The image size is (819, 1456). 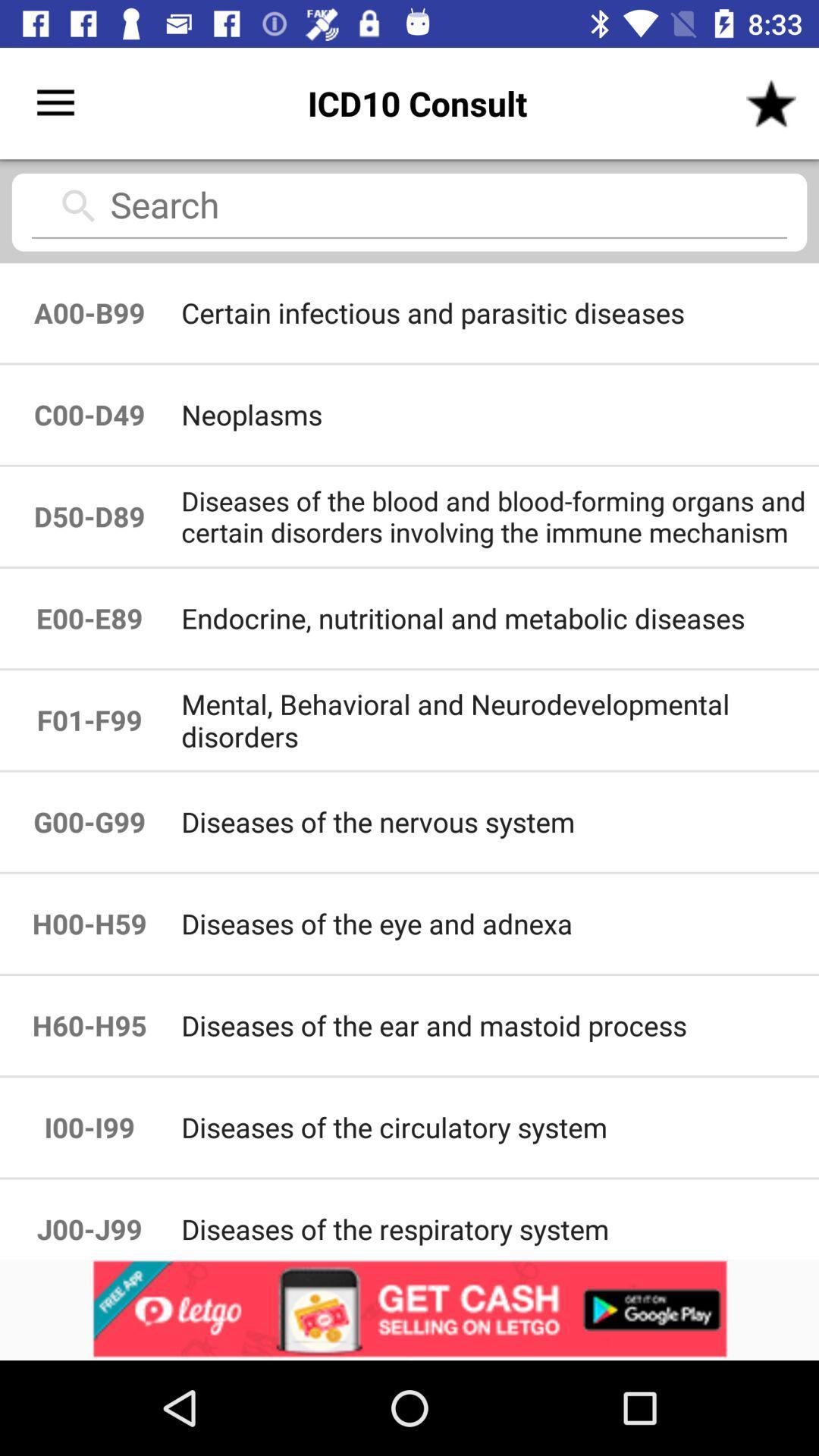 I want to click on the icon to the left of the certain infectious and, so click(x=89, y=312).